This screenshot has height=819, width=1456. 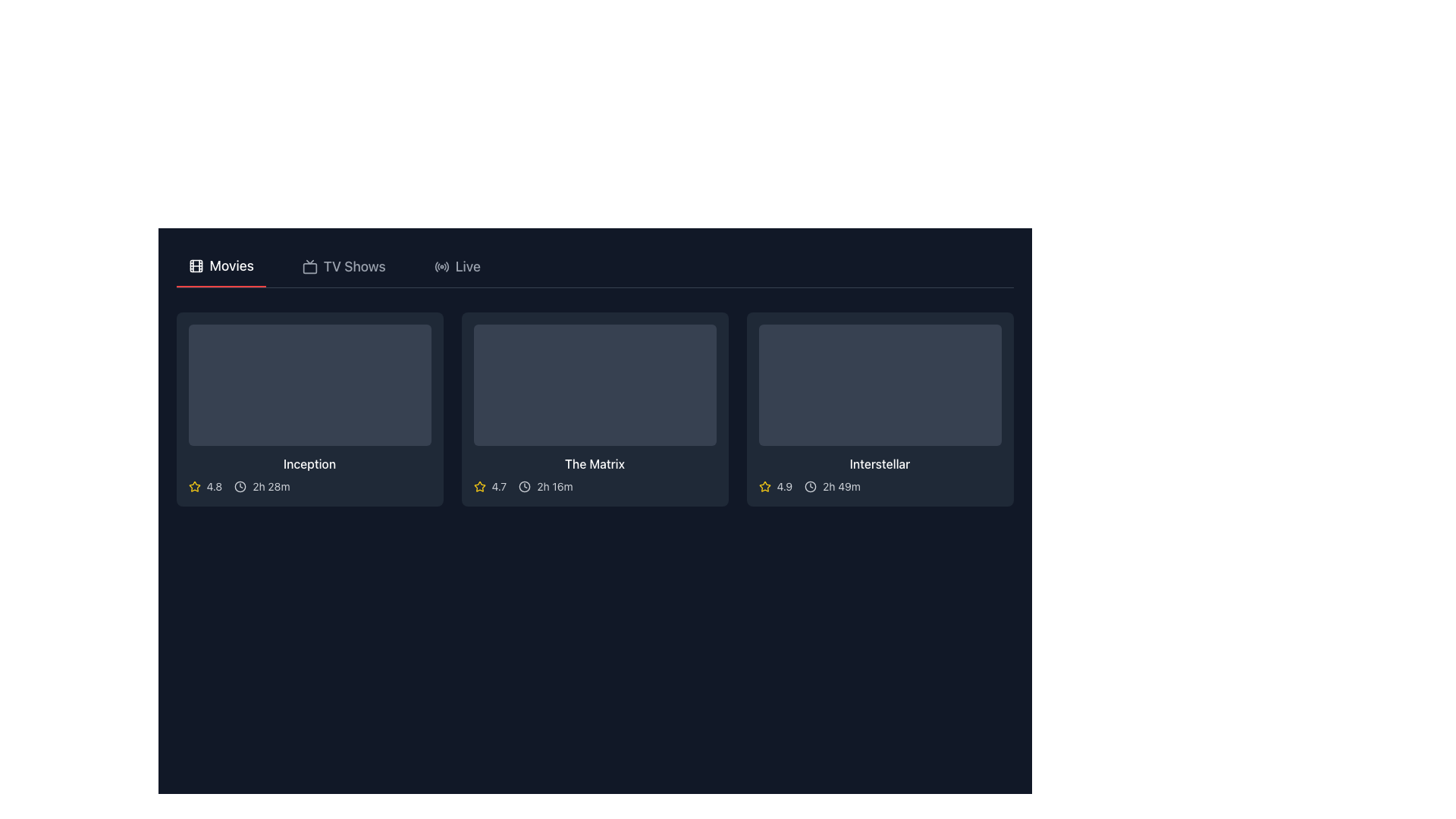 What do you see at coordinates (213, 486) in the screenshot?
I see `text content of the rating score label for the movie 'Inception', which is located in the leftmost column under the movie card` at bounding box center [213, 486].